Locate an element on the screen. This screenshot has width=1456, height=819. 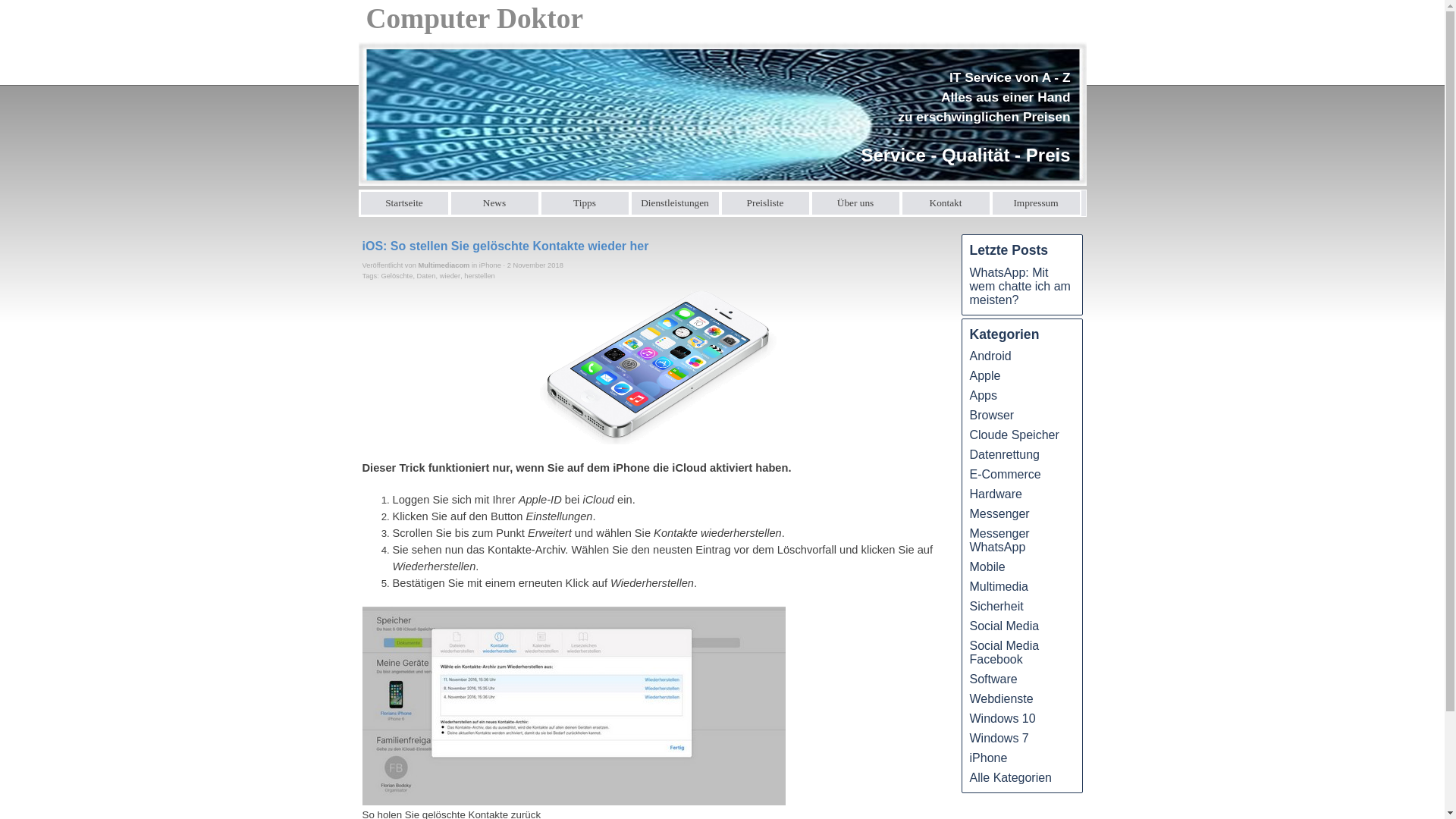
'Startseite' is located at coordinates (404, 202).